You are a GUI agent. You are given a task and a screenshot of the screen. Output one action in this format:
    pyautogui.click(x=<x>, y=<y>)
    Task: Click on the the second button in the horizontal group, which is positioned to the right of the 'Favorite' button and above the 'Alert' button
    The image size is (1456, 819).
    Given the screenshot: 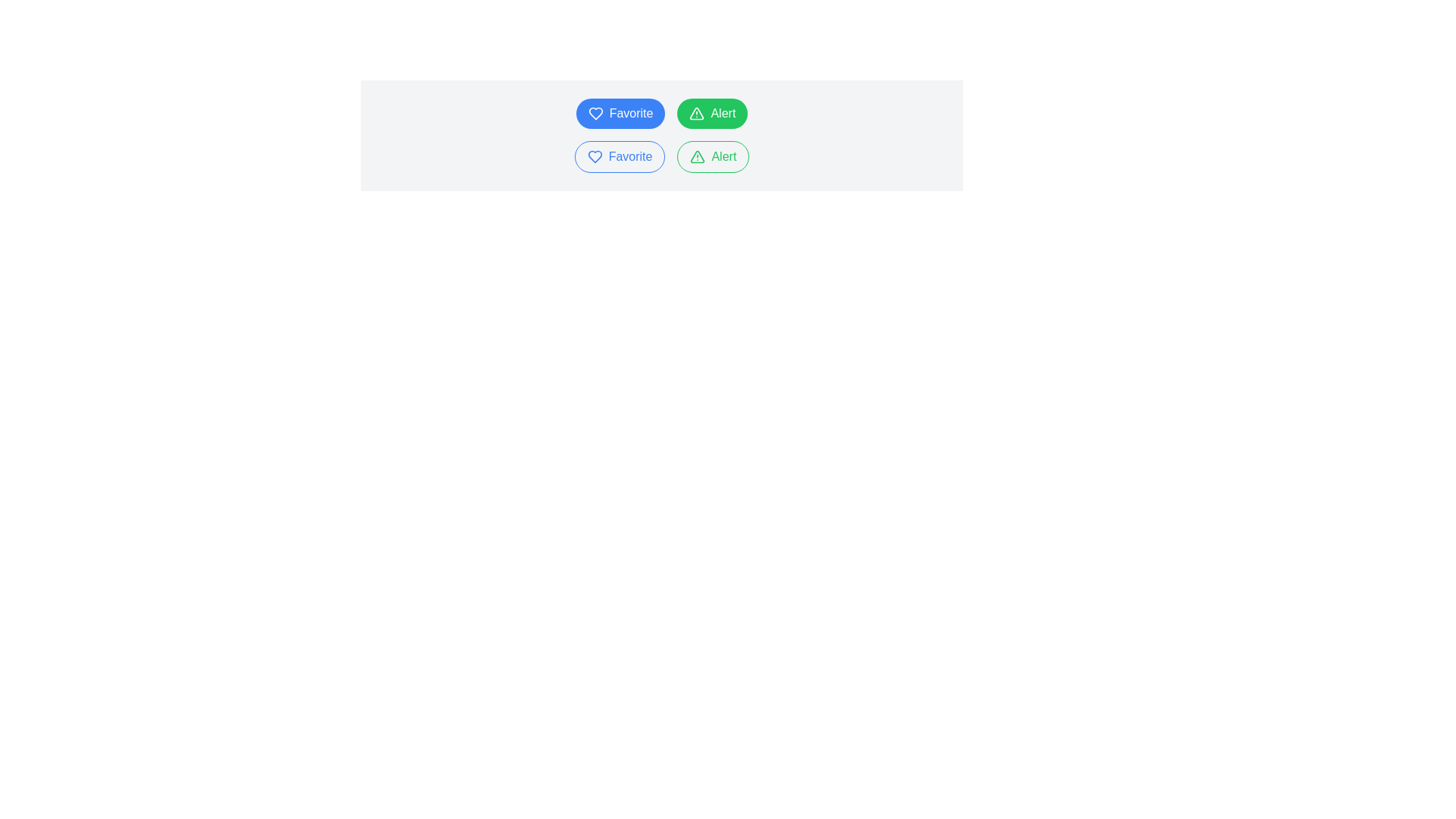 What is the action you would take?
    pyautogui.click(x=711, y=113)
    